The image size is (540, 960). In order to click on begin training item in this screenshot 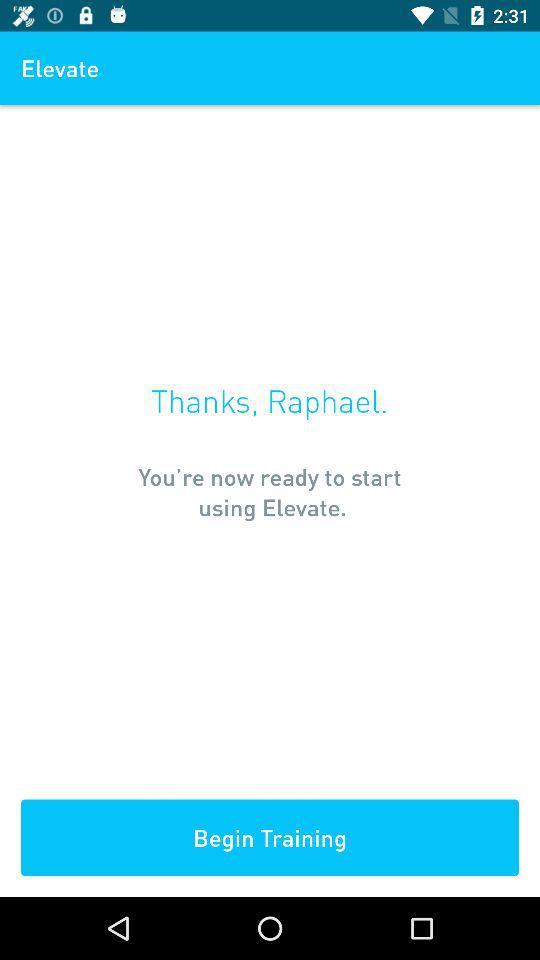, I will do `click(270, 837)`.